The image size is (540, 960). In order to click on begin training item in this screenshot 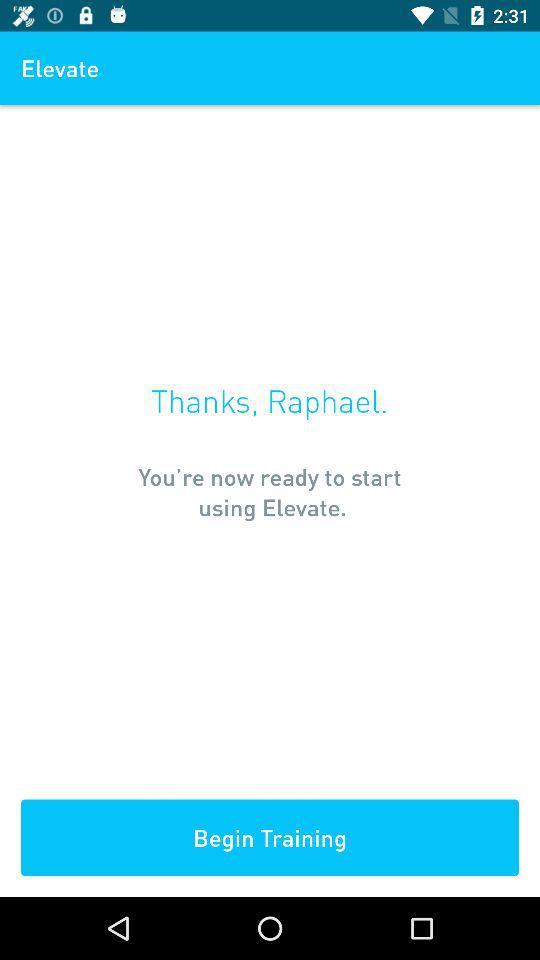, I will do `click(270, 837)`.